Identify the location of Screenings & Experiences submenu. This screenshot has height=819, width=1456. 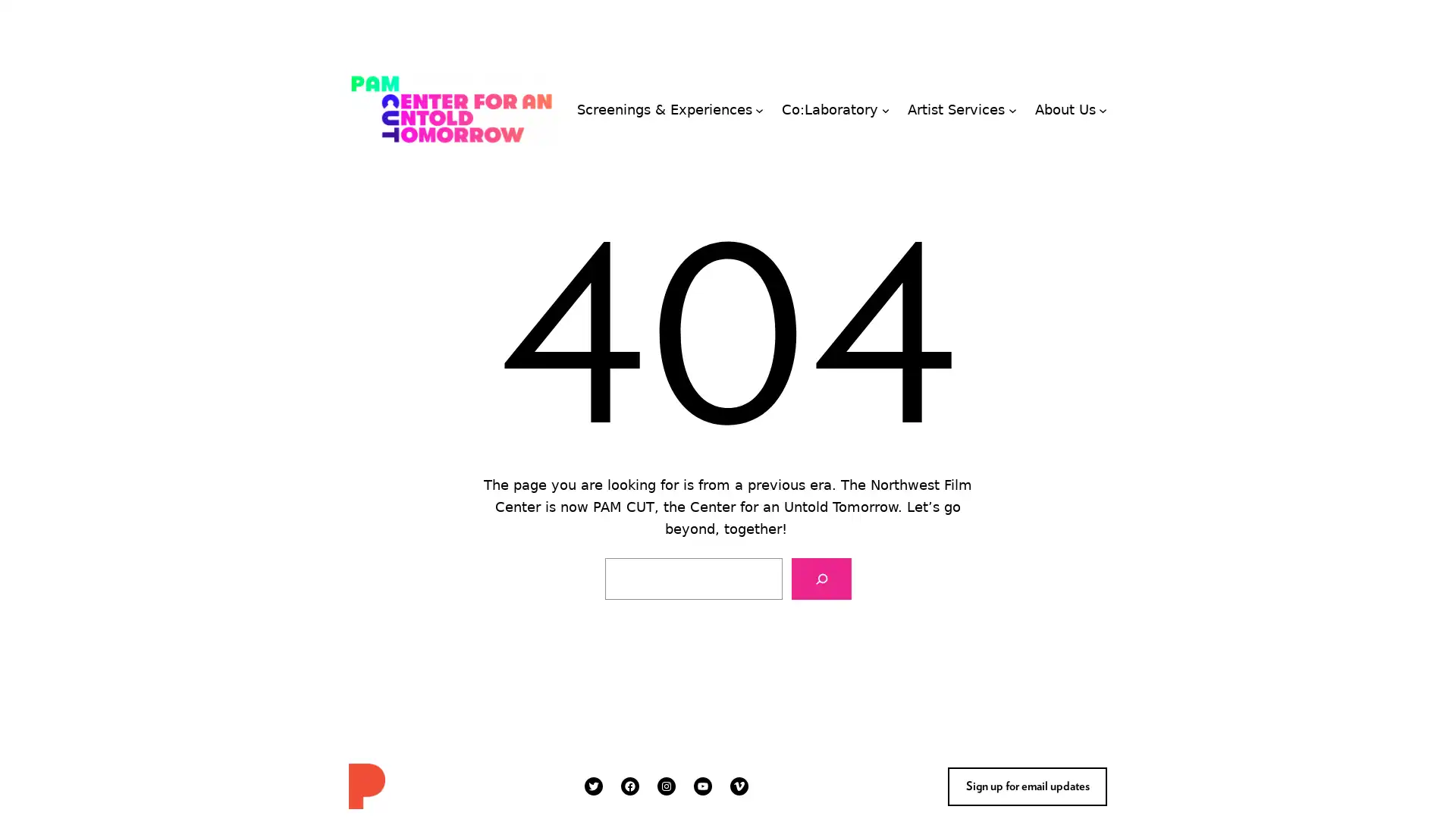
(759, 108).